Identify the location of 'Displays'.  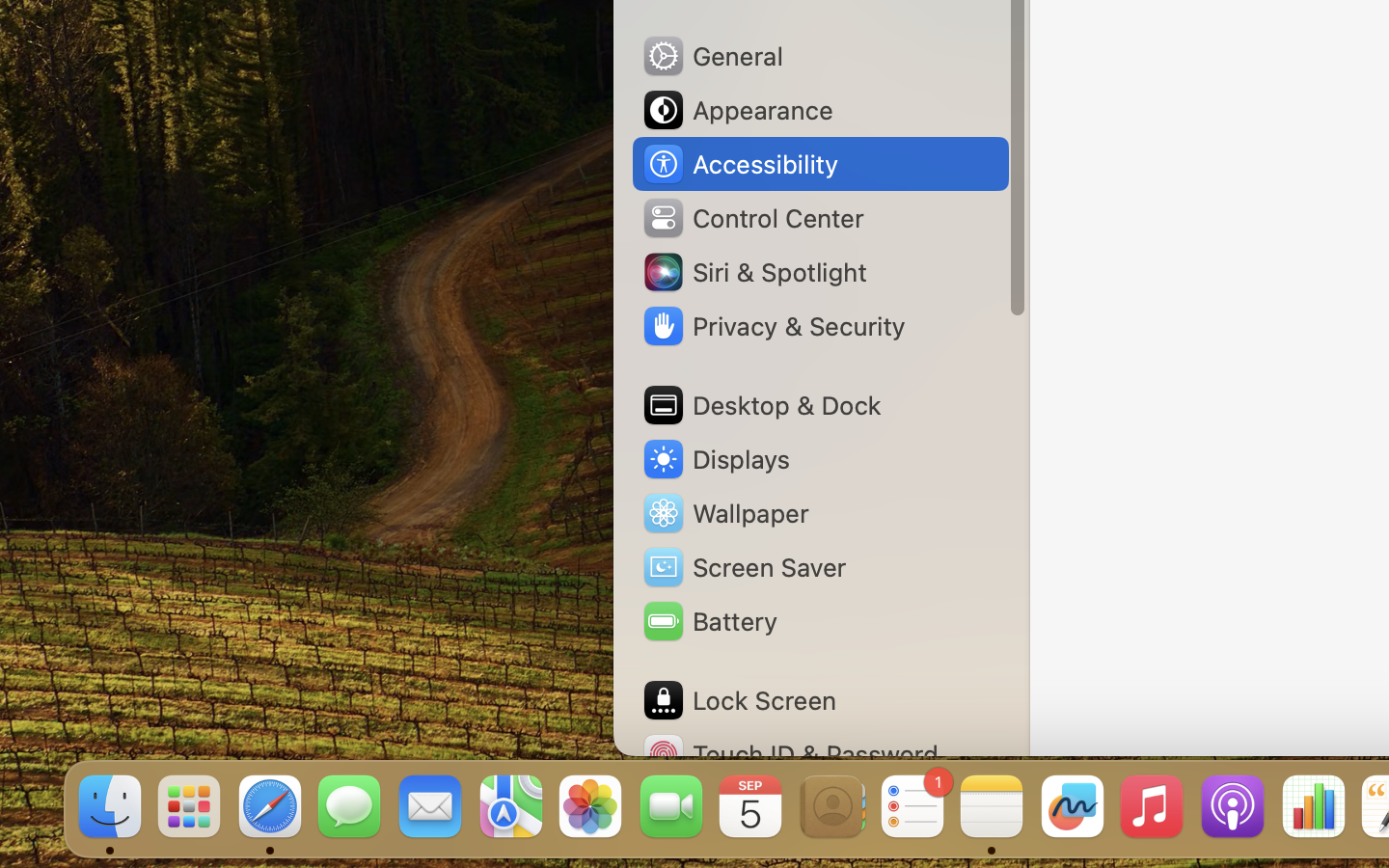
(715, 458).